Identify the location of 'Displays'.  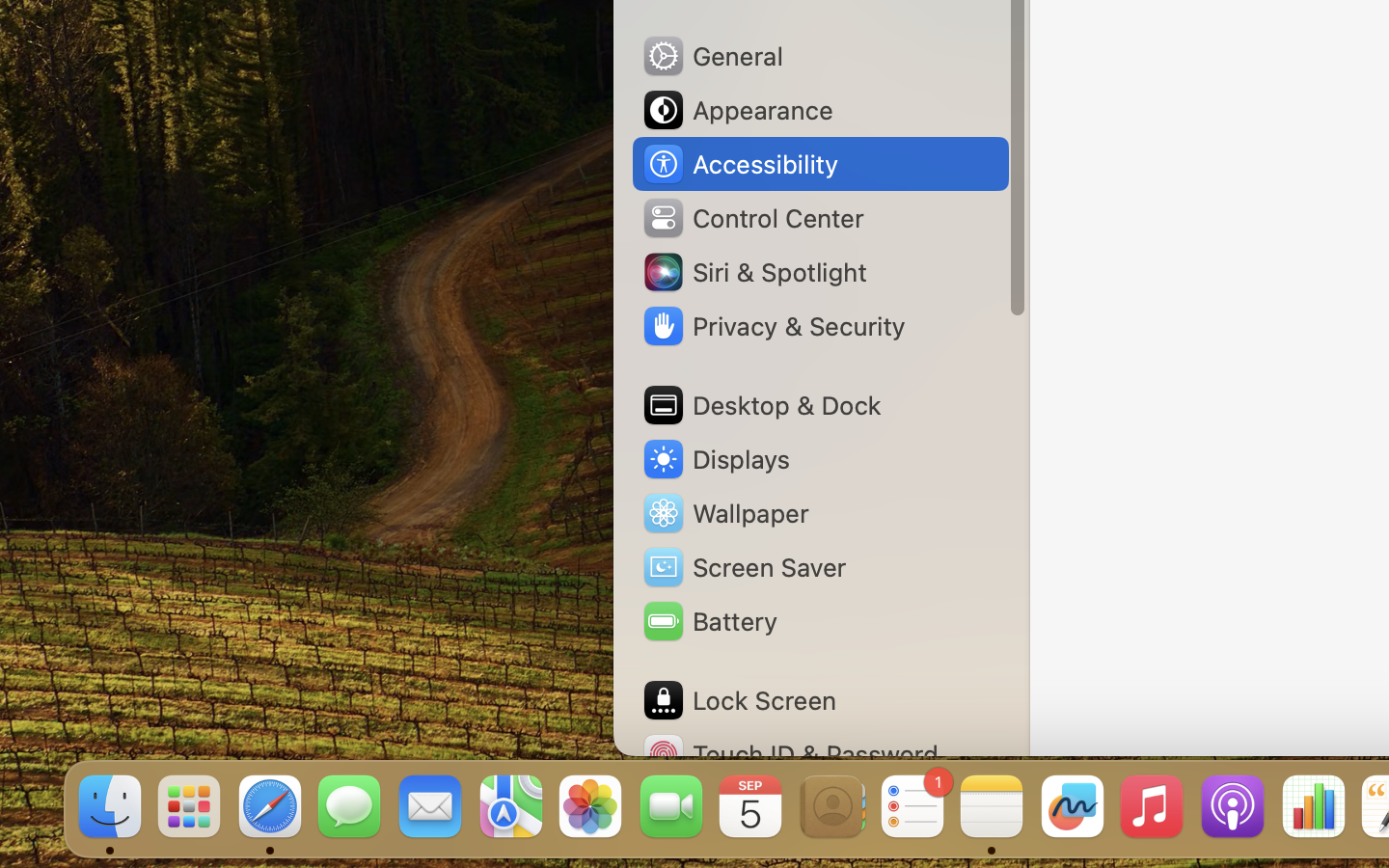
(715, 458).